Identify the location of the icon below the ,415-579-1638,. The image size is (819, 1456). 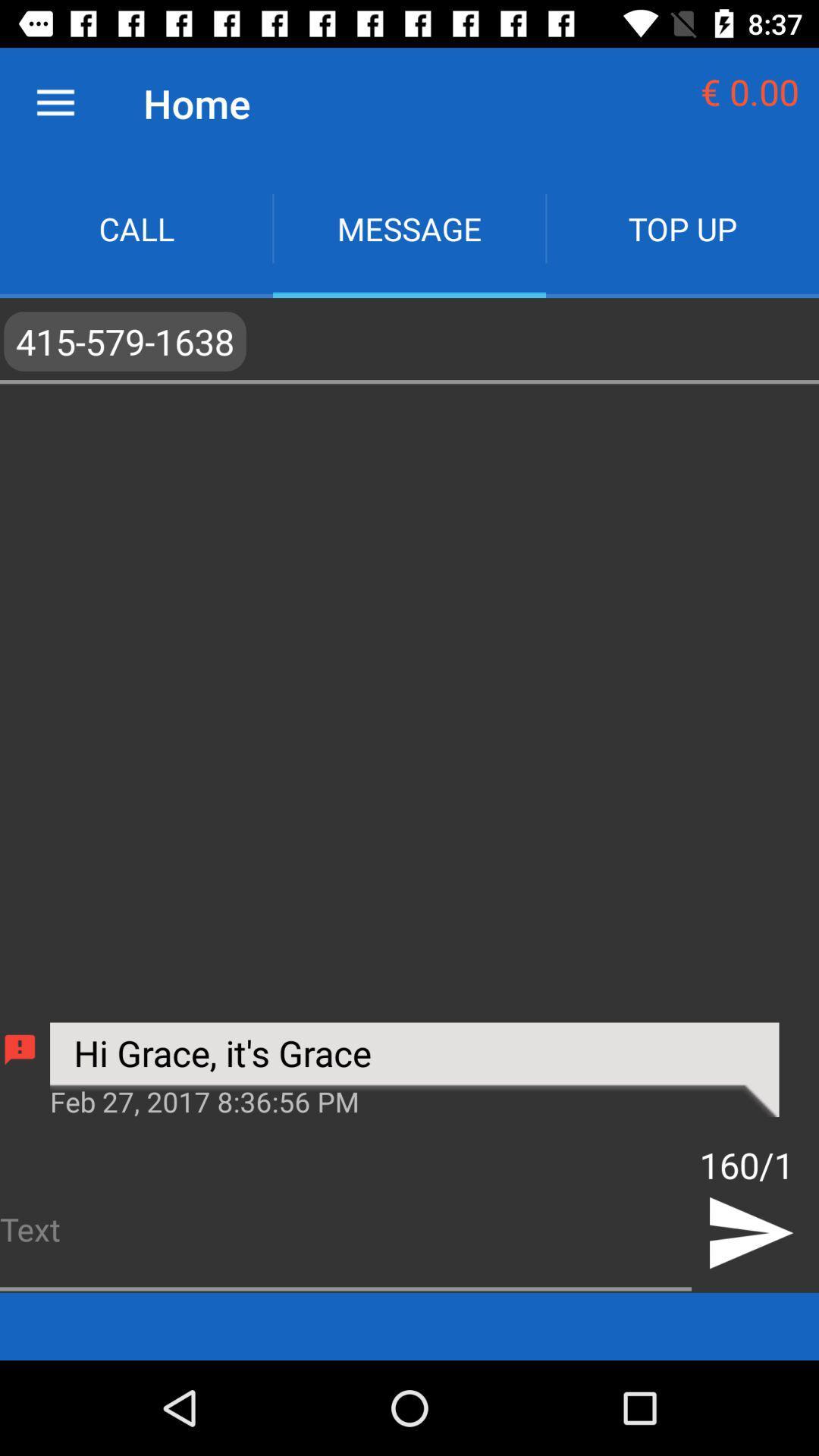
(414, 1100).